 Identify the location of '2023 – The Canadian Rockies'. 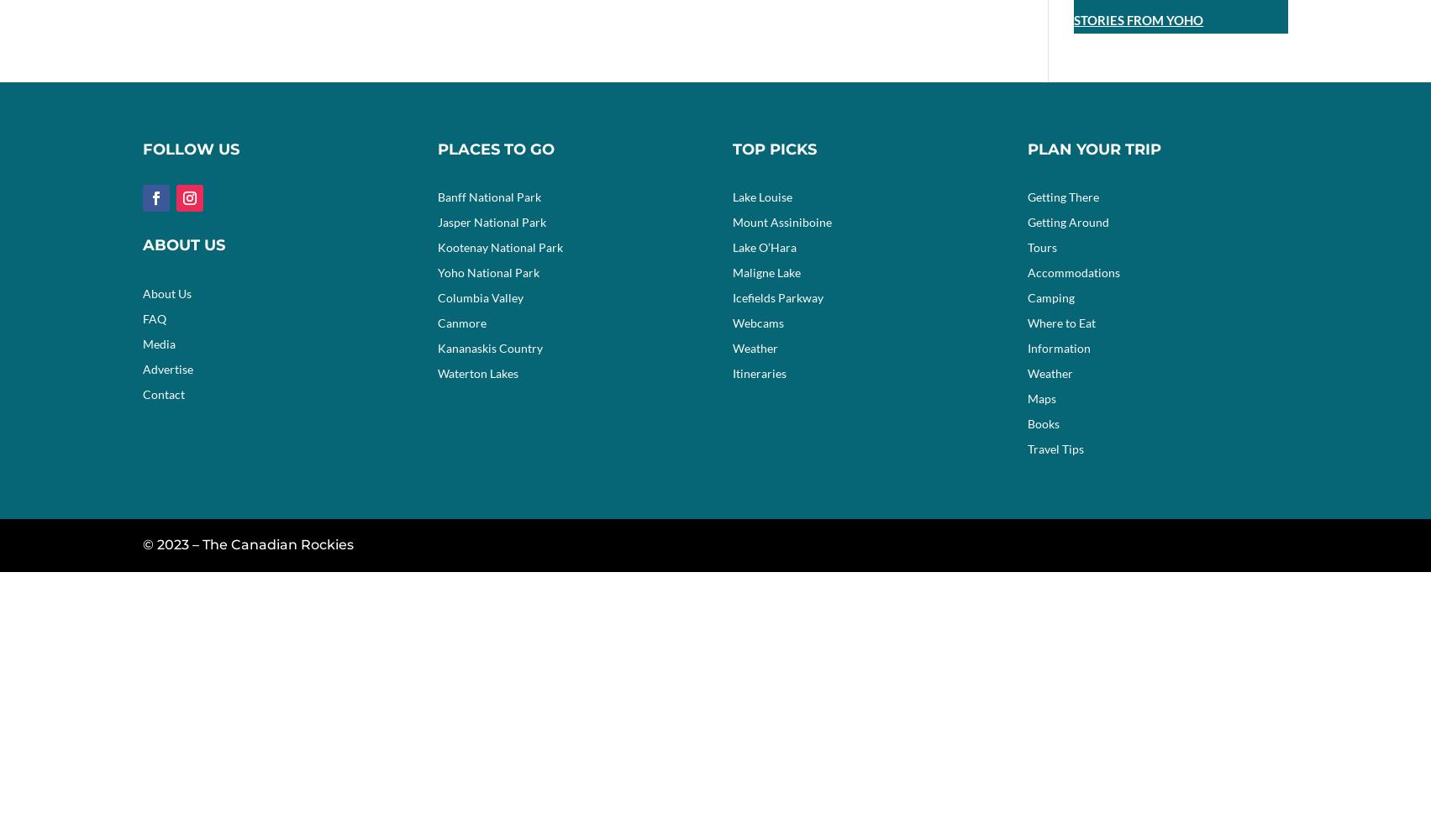
(254, 544).